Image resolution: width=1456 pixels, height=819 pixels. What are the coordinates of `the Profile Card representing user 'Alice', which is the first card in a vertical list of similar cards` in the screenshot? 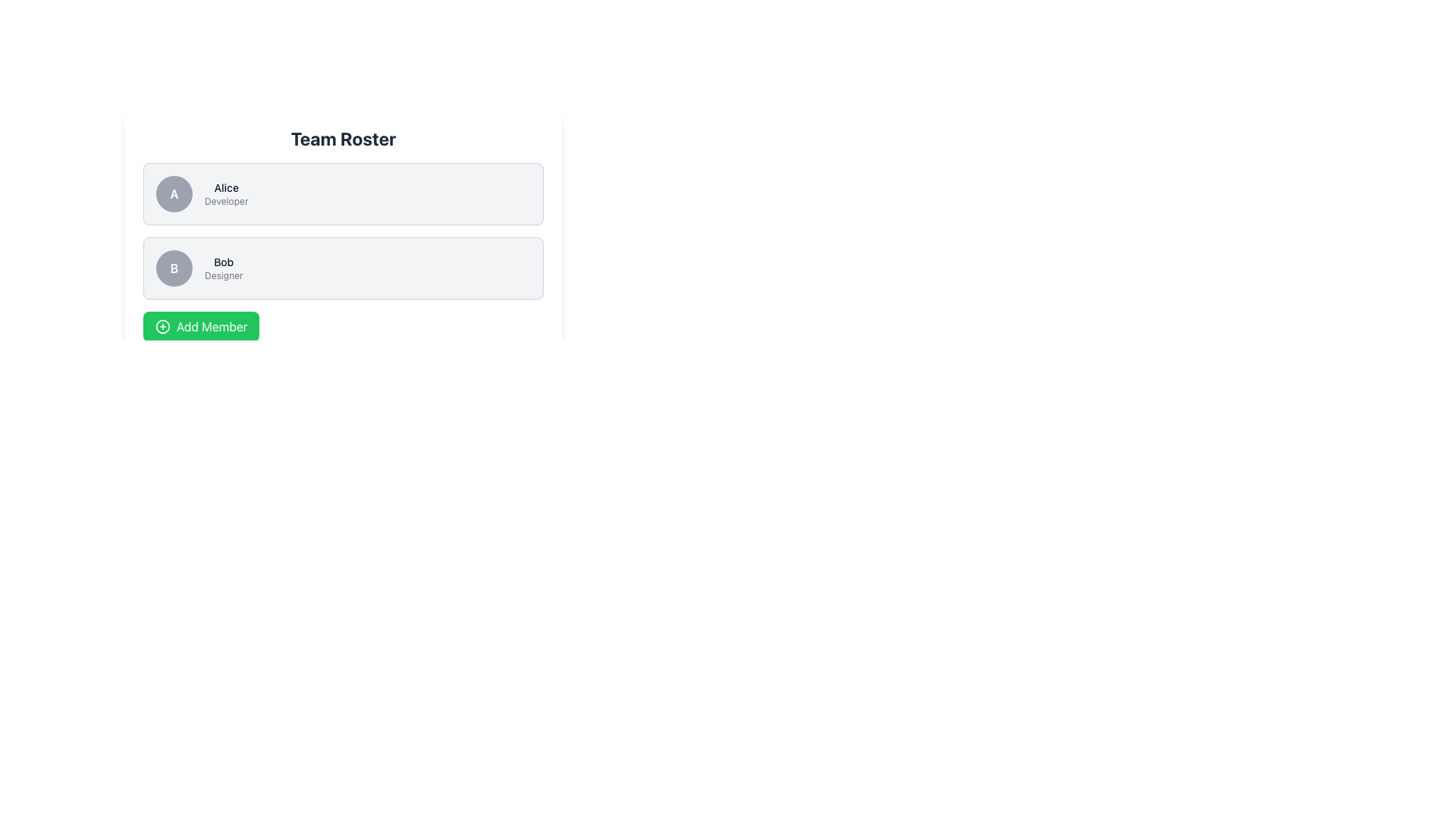 It's located at (342, 193).